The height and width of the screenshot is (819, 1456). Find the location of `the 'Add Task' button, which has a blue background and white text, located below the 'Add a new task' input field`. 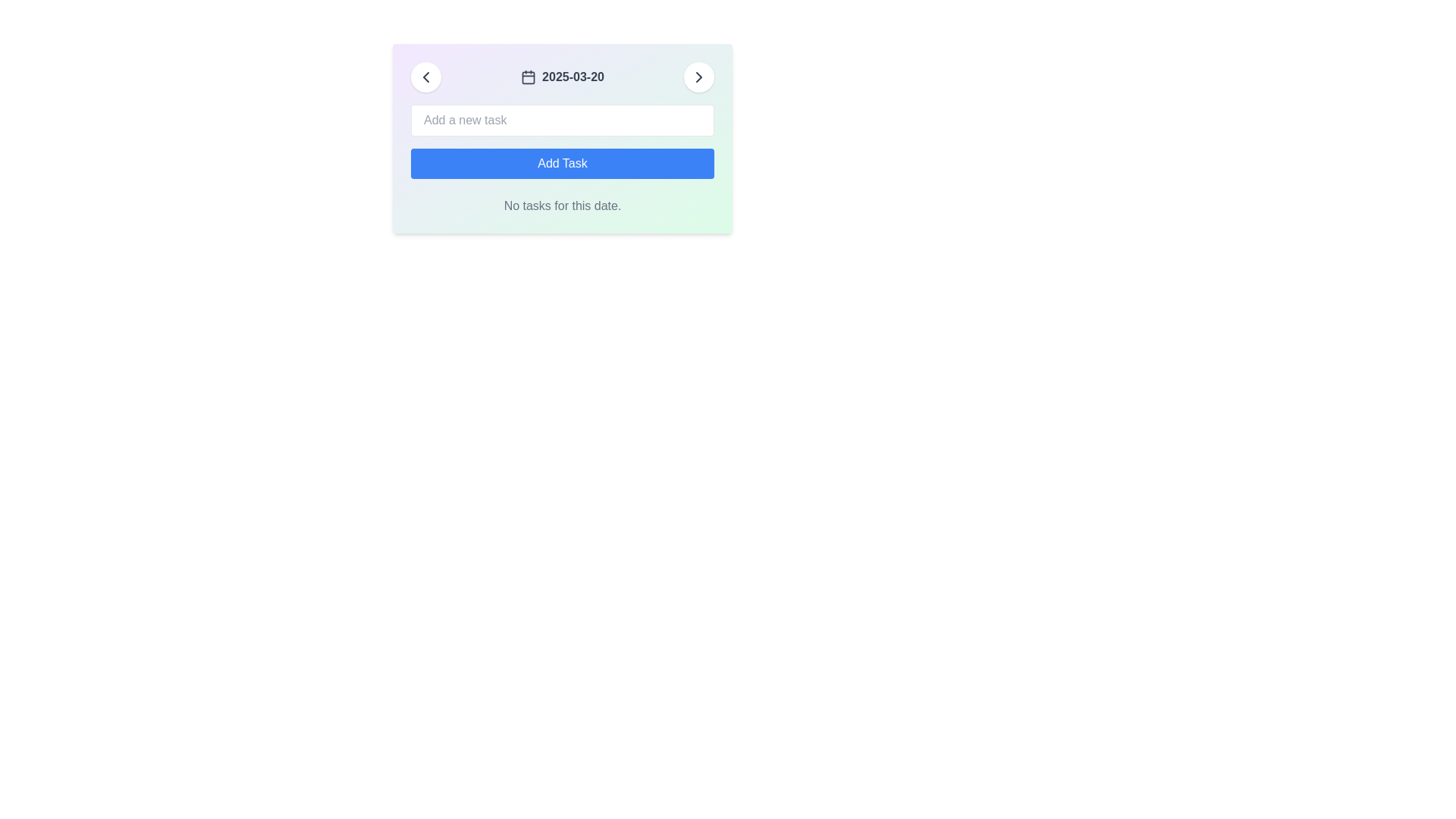

the 'Add Task' button, which has a blue background and white text, located below the 'Add a new task' input field is located at coordinates (562, 164).